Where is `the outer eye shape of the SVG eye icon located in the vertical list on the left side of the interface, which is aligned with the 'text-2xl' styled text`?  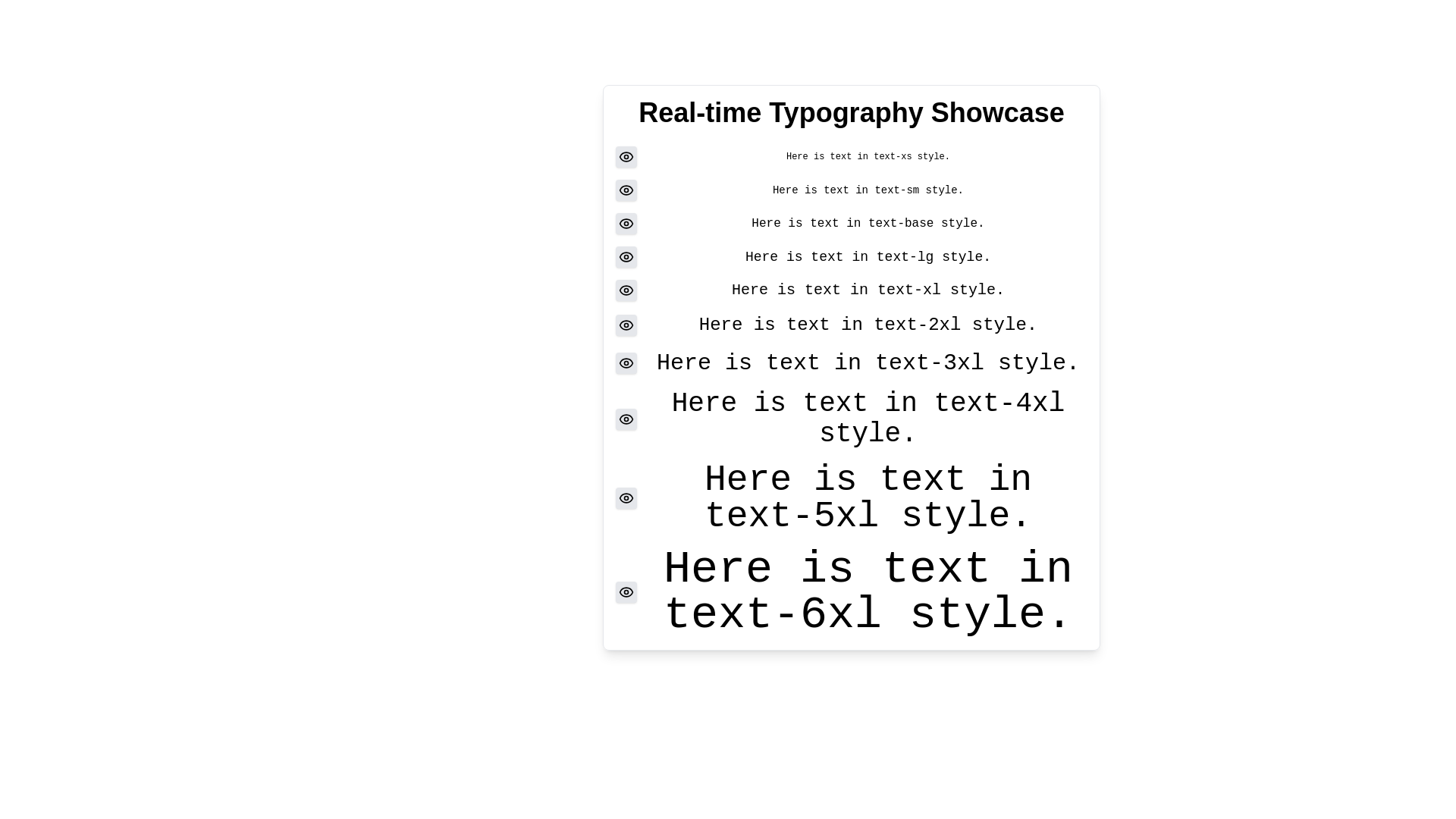
the outer eye shape of the SVG eye icon located in the vertical list on the left side of the interface, which is aligned with the 'text-2xl' styled text is located at coordinates (626, 324).